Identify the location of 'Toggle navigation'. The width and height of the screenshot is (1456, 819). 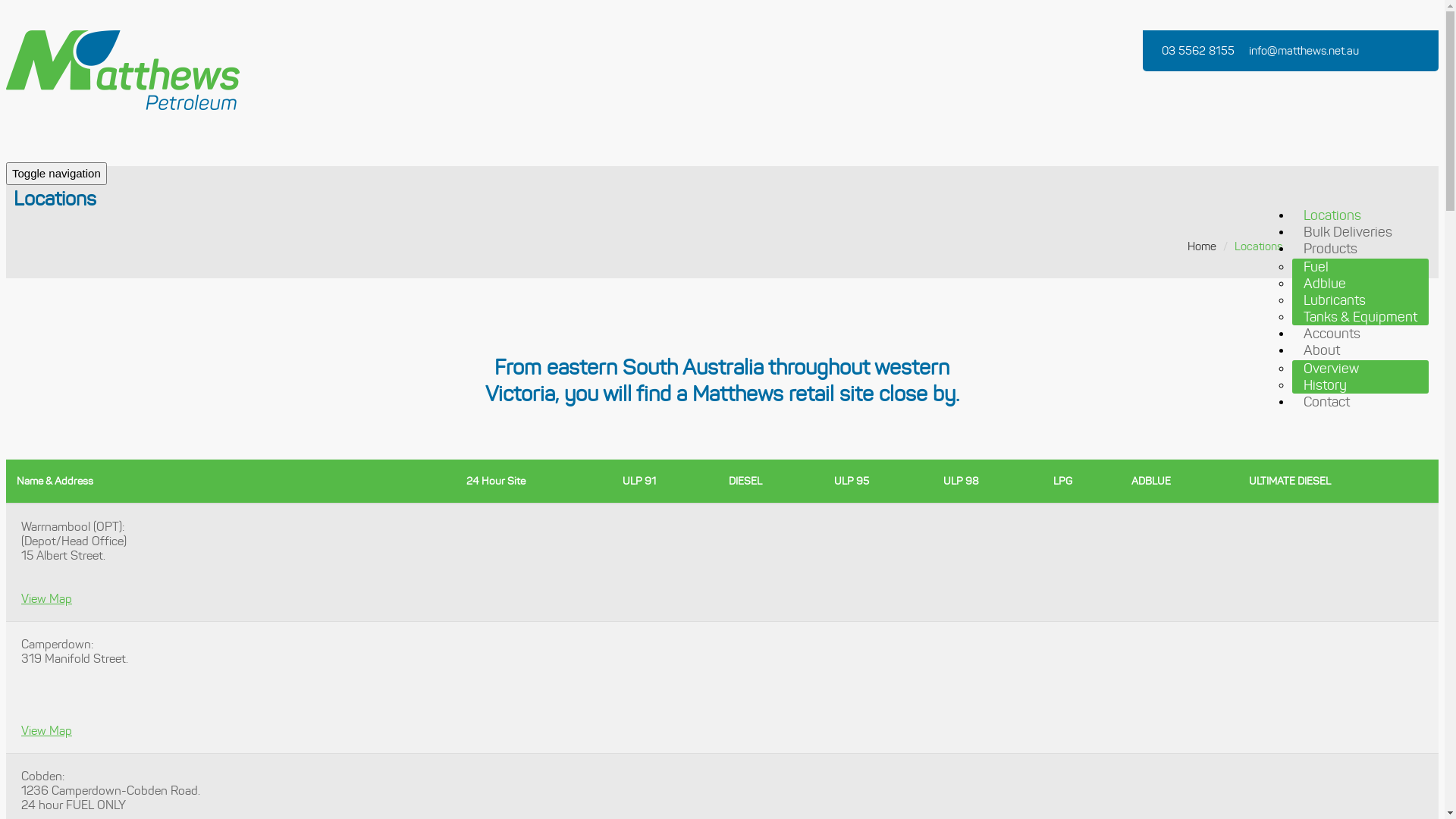
(6, 172).